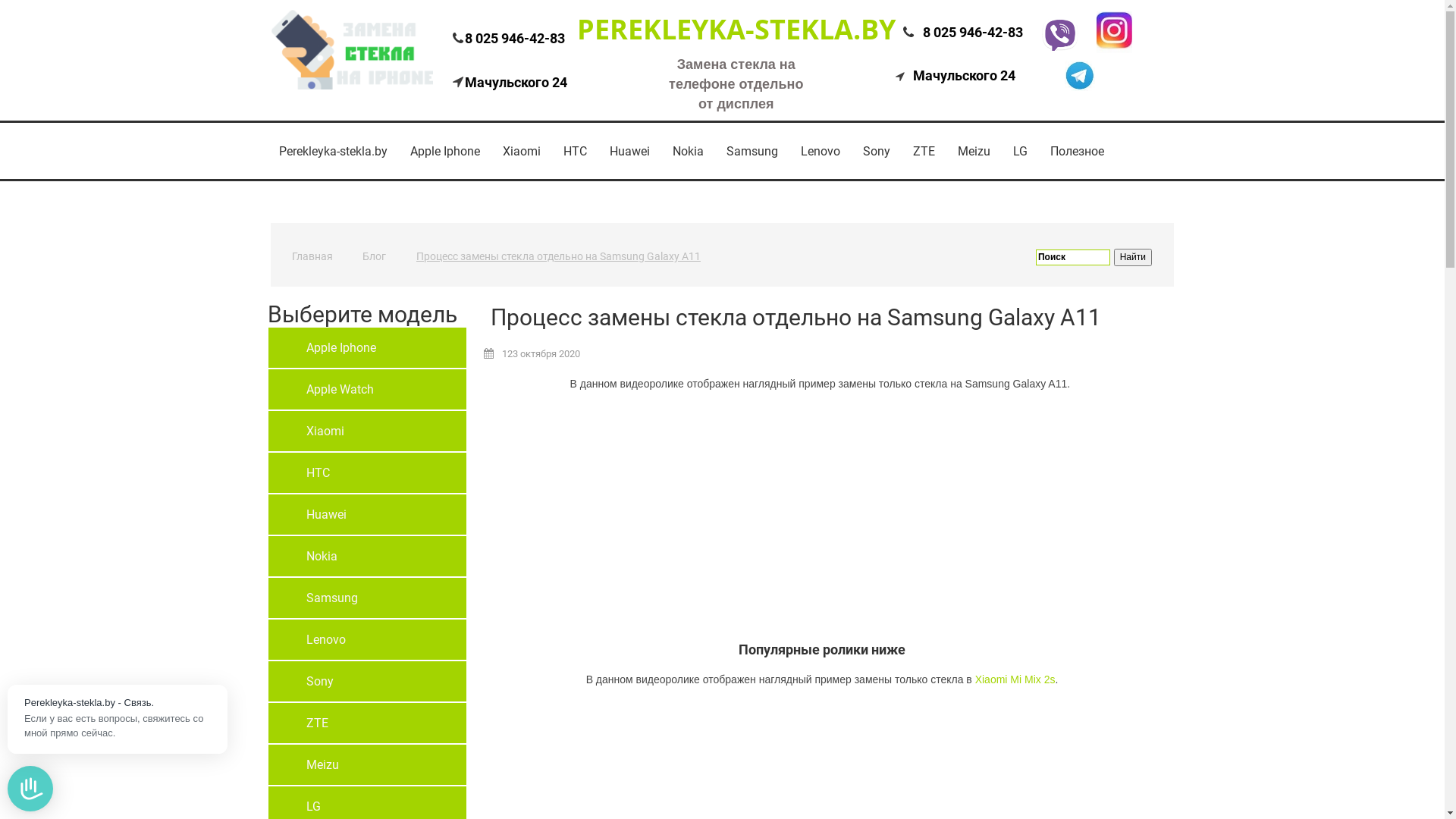 The image size is (1456, 819). Describe the element at coordinates (551, 152) in the screenshot. I see `'HTC'` at that location.